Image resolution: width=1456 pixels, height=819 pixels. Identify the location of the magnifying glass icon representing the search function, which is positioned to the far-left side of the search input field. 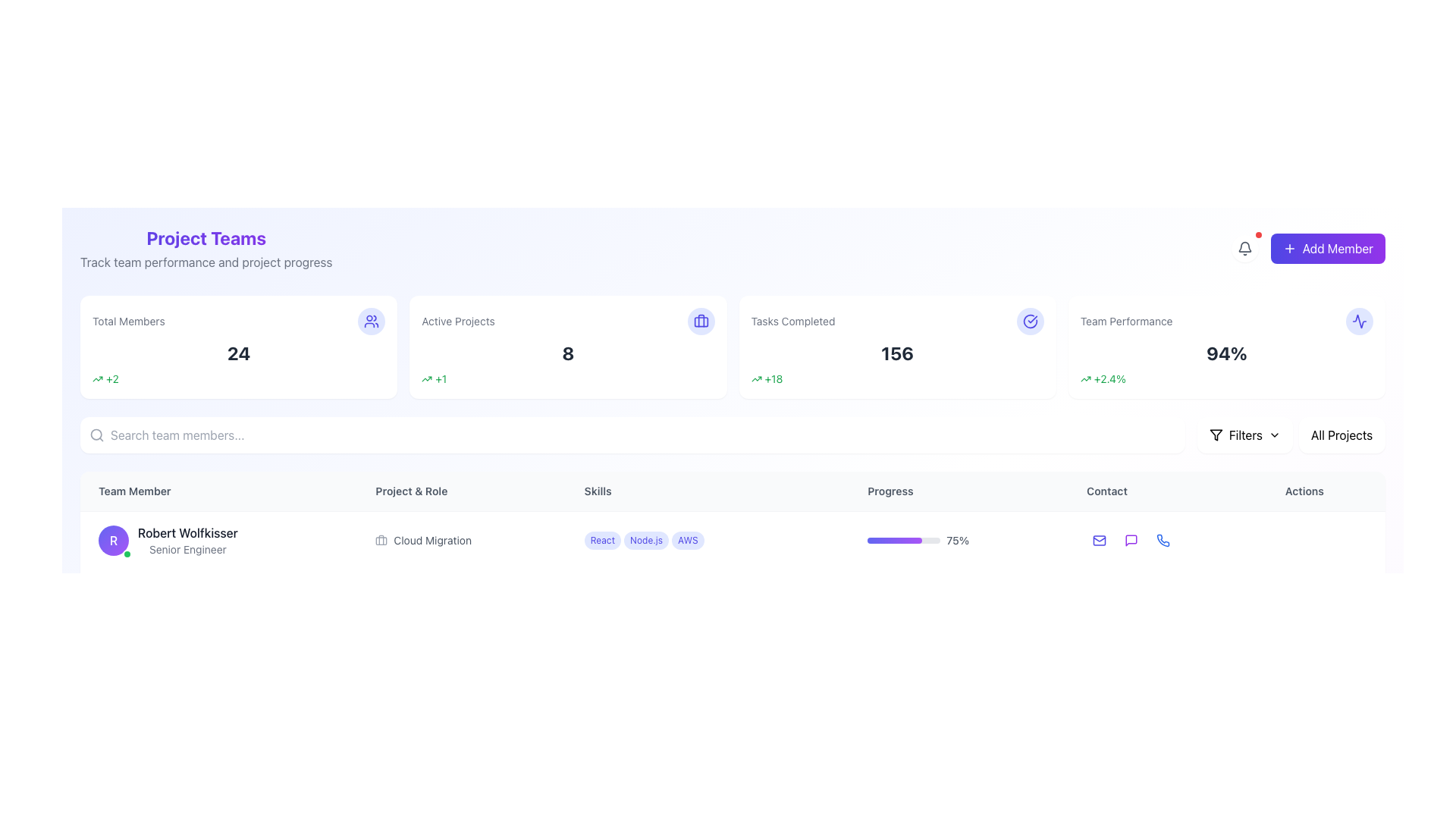
(96, 435).